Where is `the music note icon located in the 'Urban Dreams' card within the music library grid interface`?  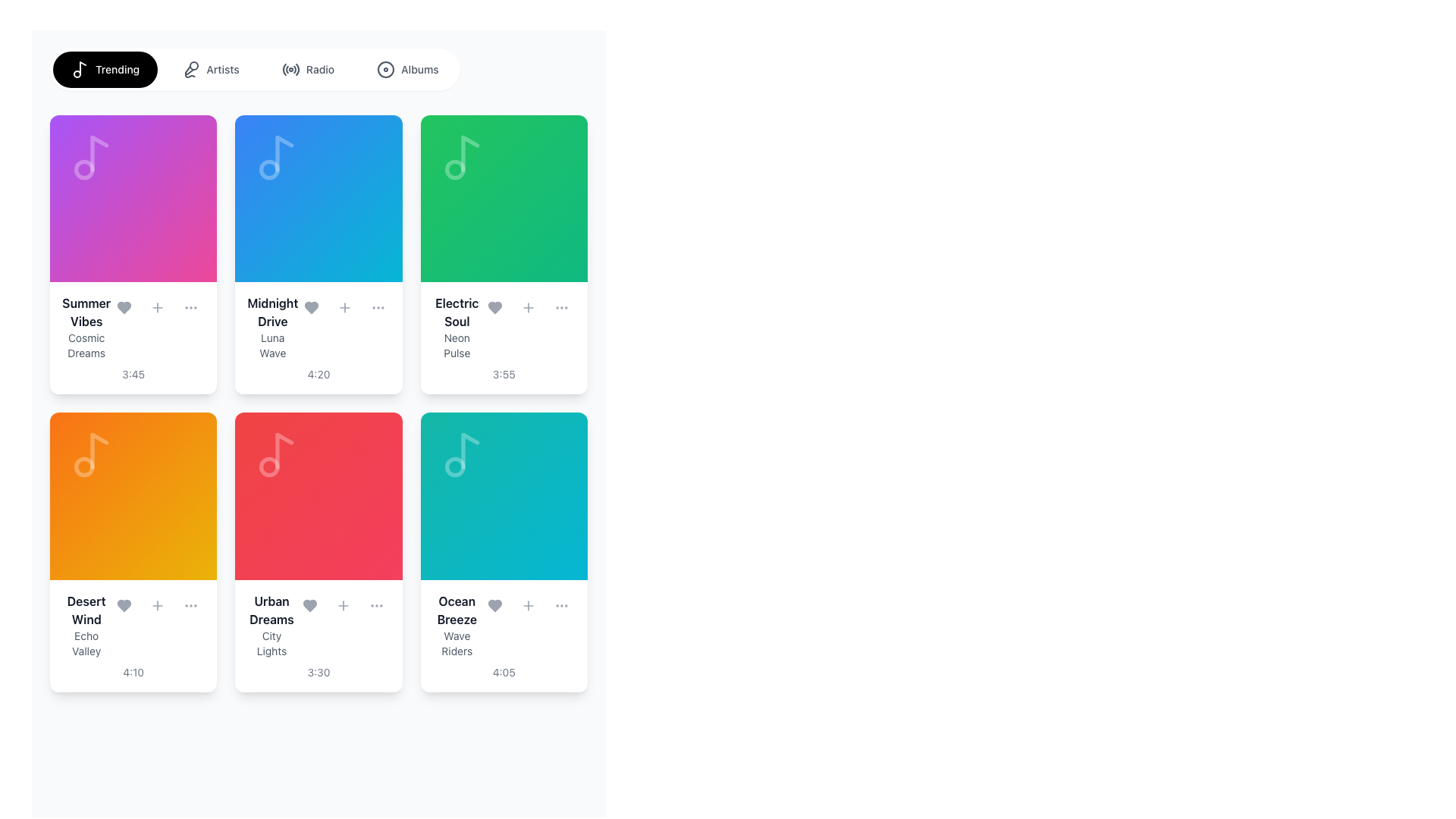 the music note icon located in the 'Urban Dreams' card within the music library grid interface is located at coordinates (278, 454).